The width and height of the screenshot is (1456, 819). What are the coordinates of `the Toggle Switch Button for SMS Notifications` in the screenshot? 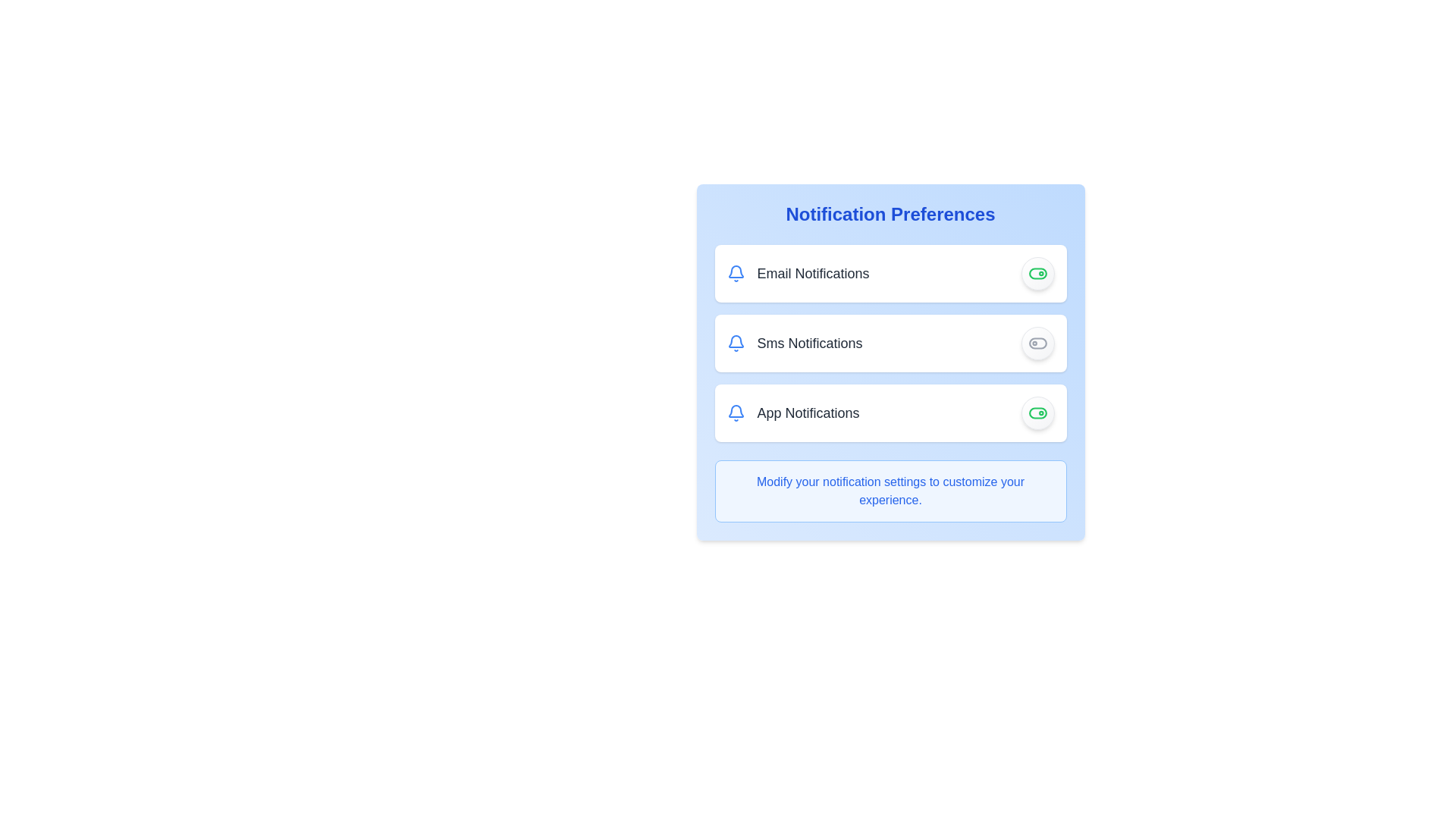 It's located at (1037, 343).